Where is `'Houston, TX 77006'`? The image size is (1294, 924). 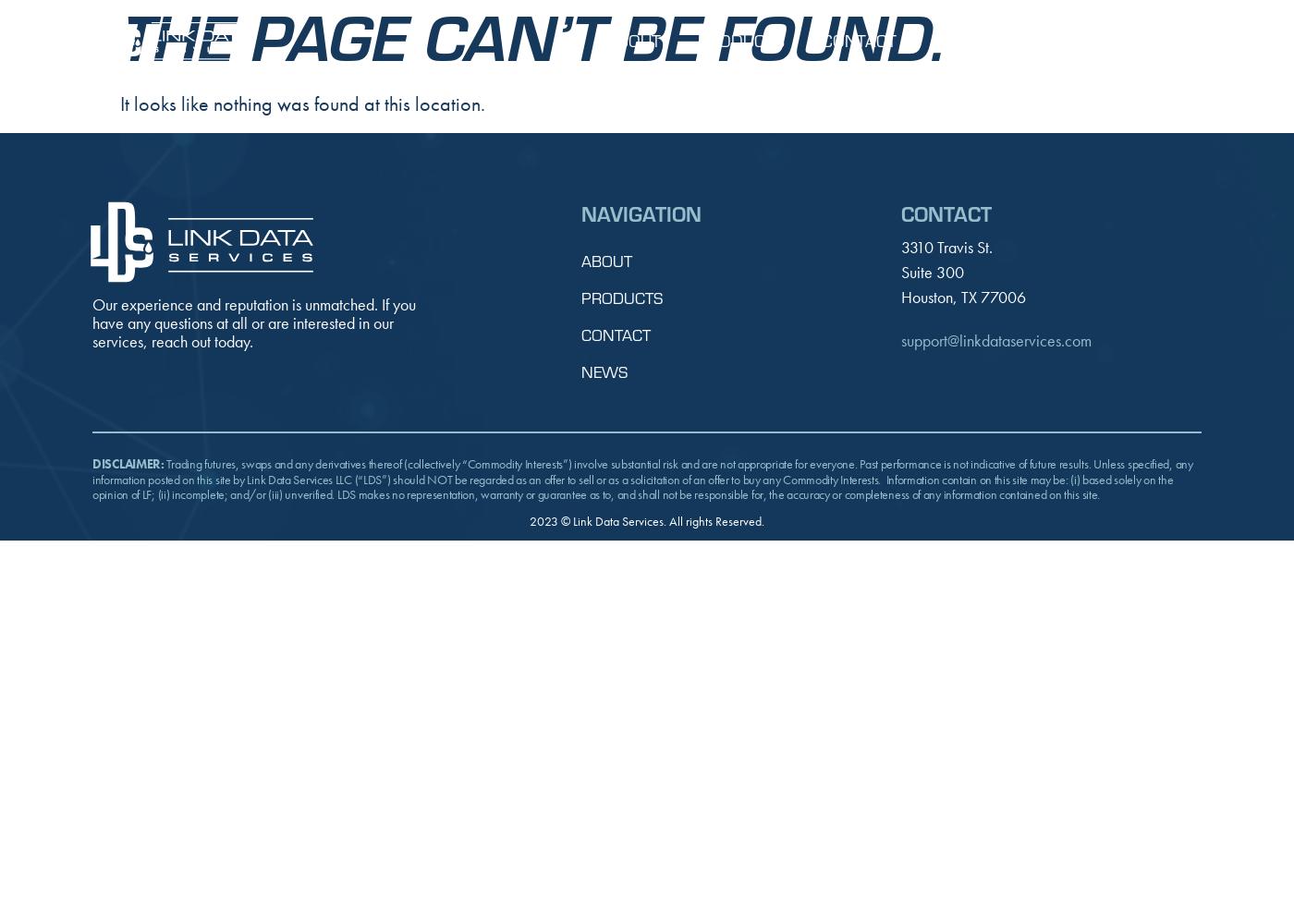
'Houston, TX 77006' is located at coordinates (962, 295).